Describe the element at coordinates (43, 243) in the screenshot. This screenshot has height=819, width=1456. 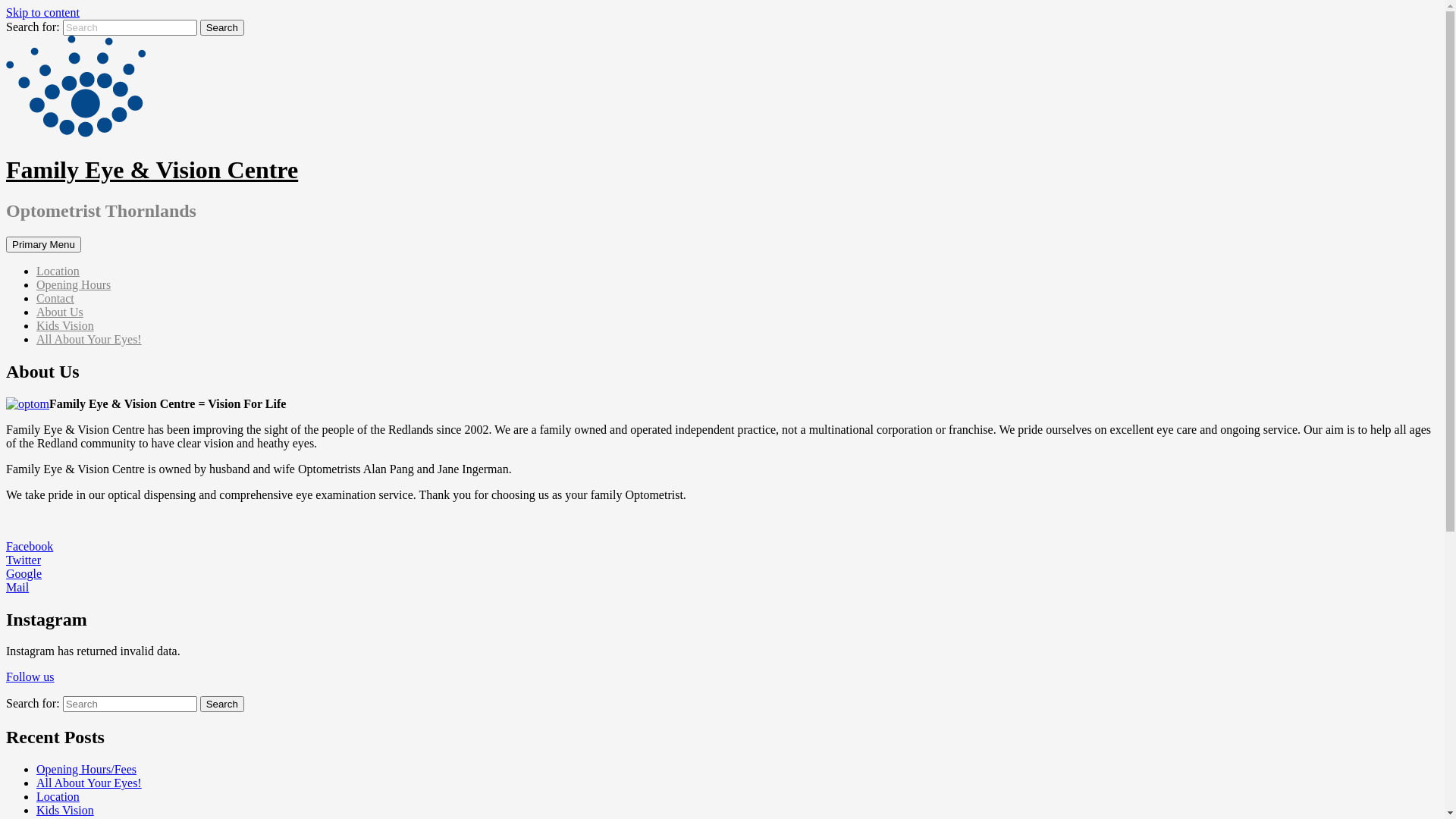
I see `'Primary Menu'` at that location.